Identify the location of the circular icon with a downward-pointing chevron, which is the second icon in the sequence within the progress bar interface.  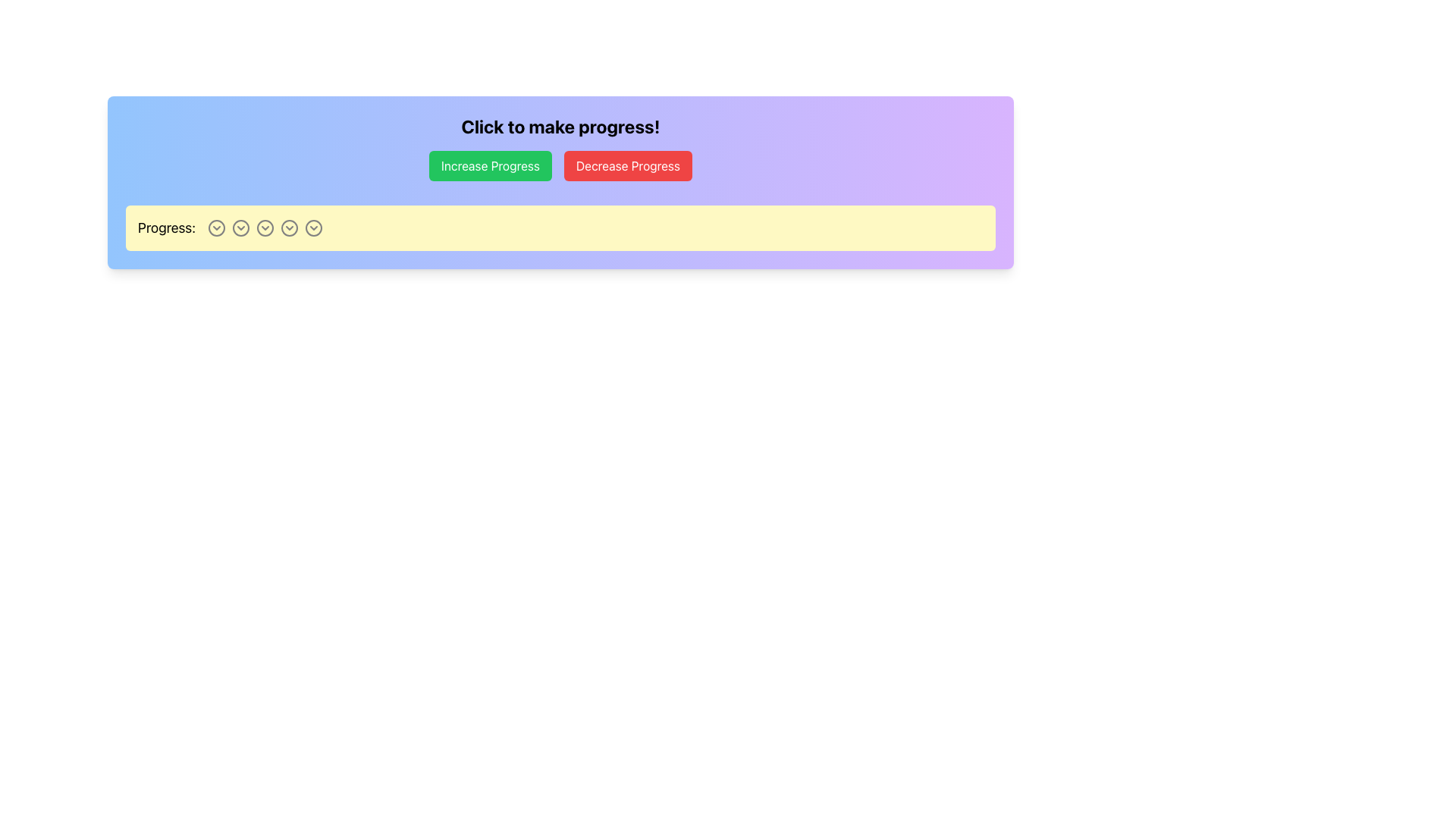
(240, 227).